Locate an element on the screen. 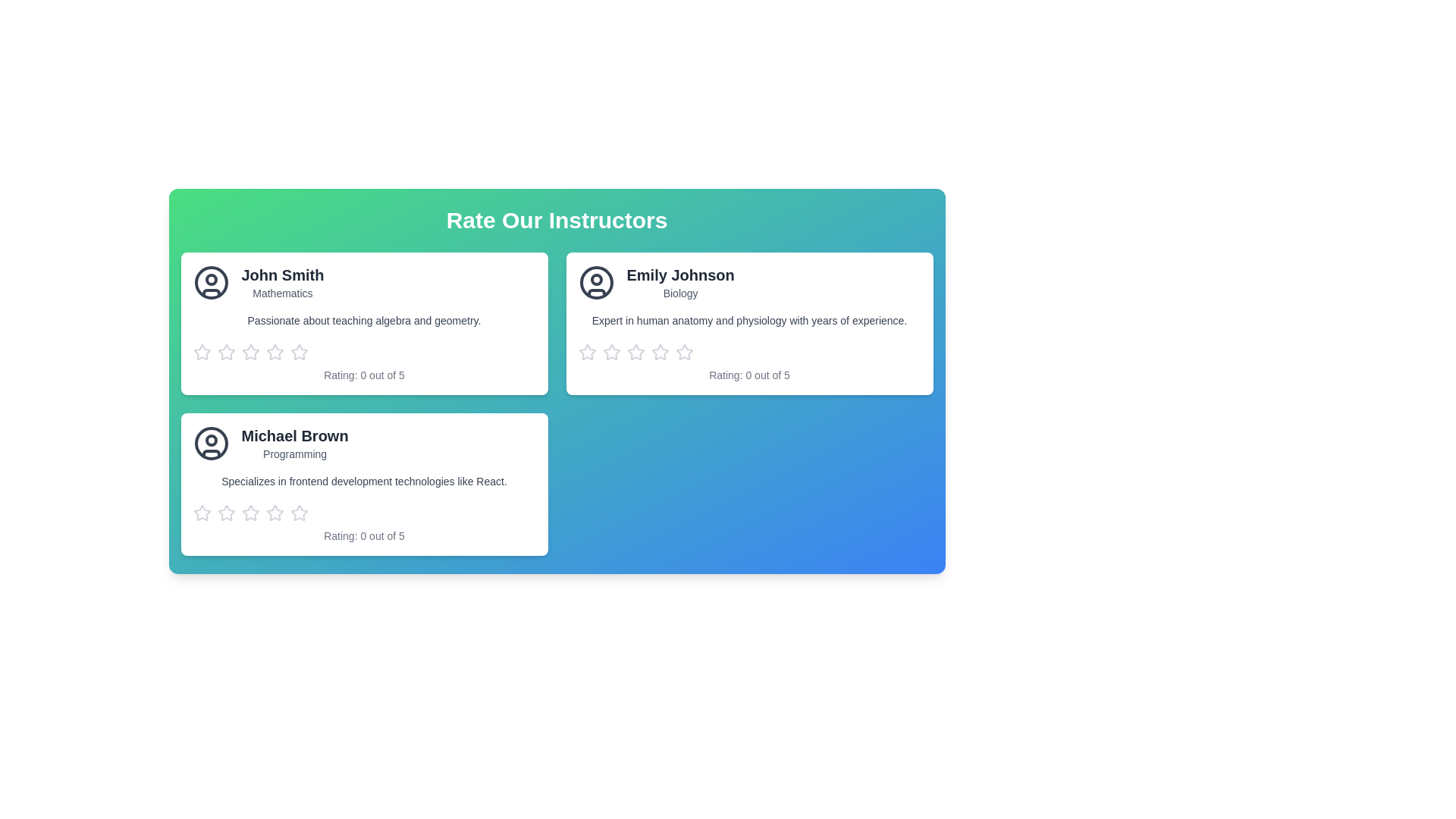  the second star icon in the rating system for 'Emily Johnson' is located at coordinates (660, 352).